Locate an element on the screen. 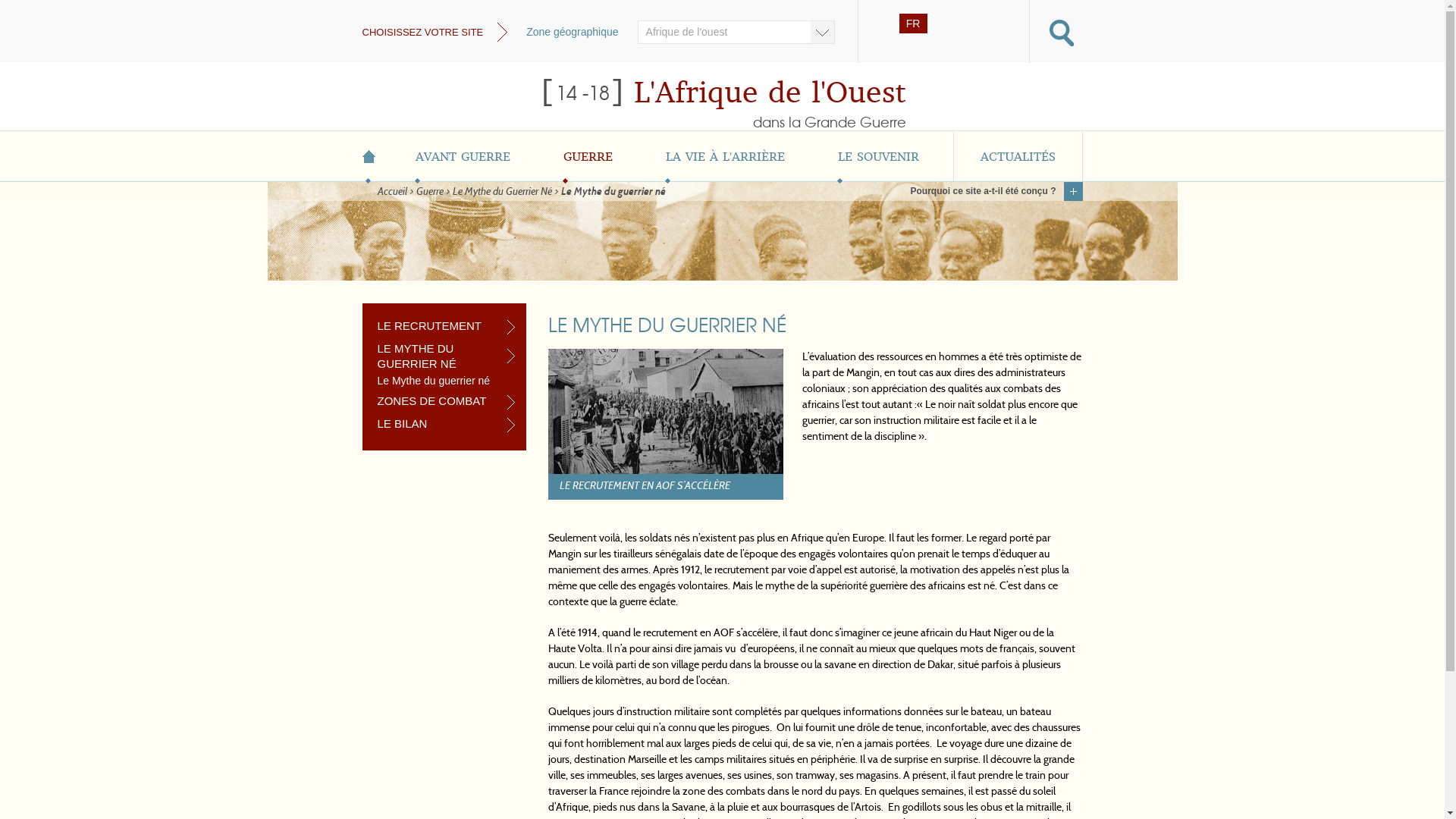 The width and height of the screenshot is (1456, 819). 'ZONES DE COMBAT' is located at coordinates (445, 400).